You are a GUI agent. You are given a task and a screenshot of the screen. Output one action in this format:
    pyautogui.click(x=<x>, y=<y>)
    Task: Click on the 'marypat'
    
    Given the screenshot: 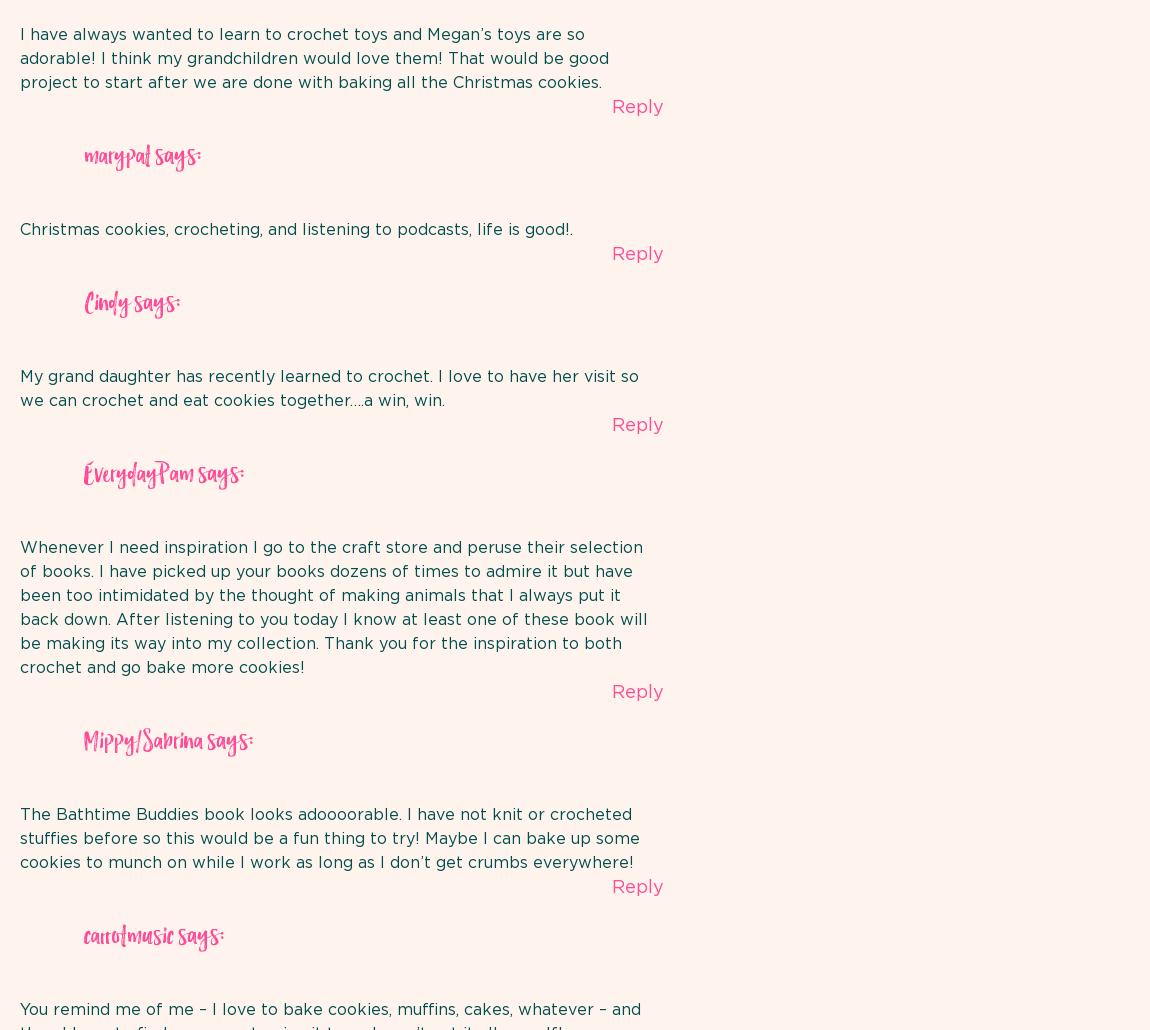 What is the action you would take?
    pyautogui.click(x=116, y=155)
    